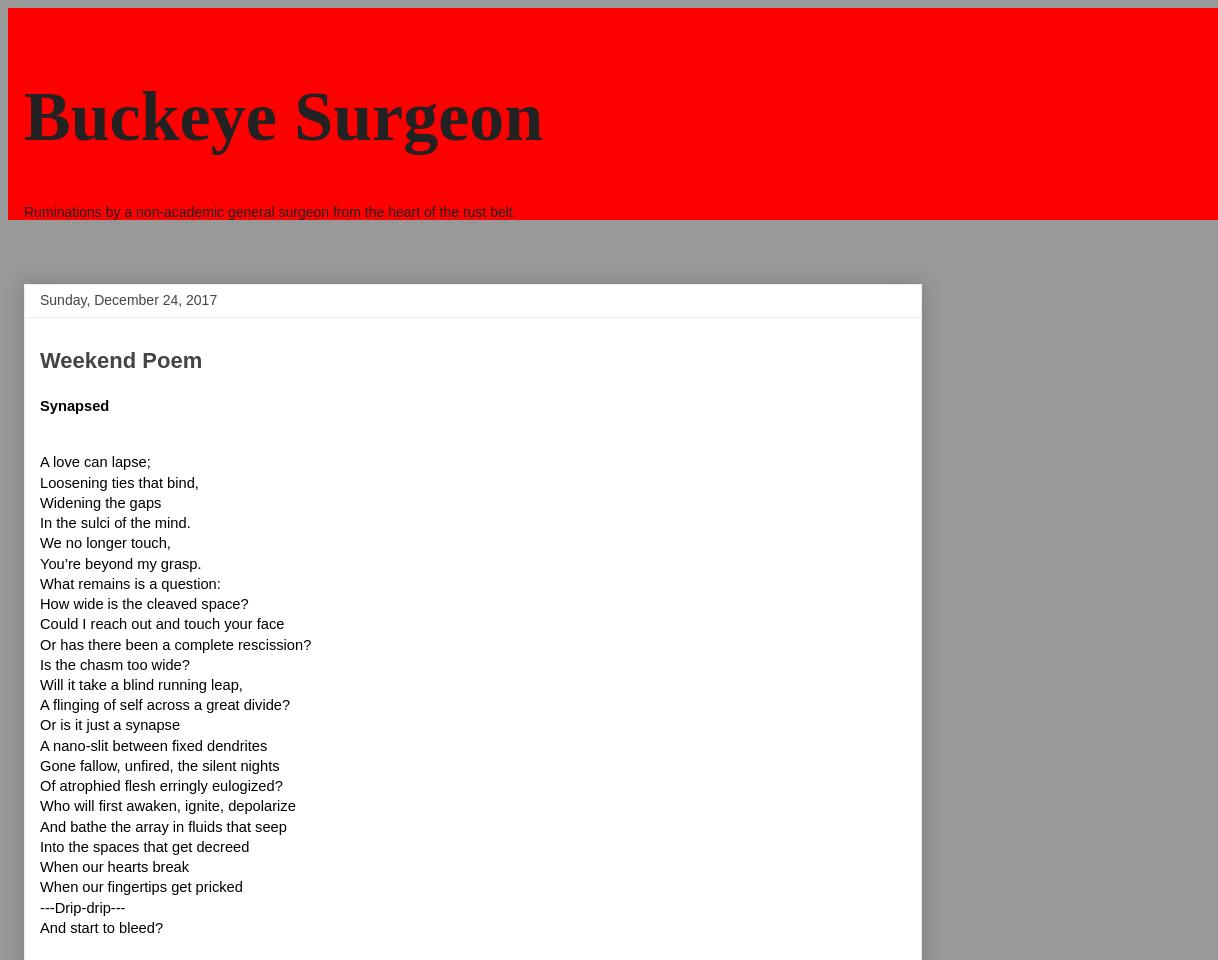 The image size is (1218, 960). I want to click on 'Who will first awaken, ignite, depolarize', so click(39, 806).